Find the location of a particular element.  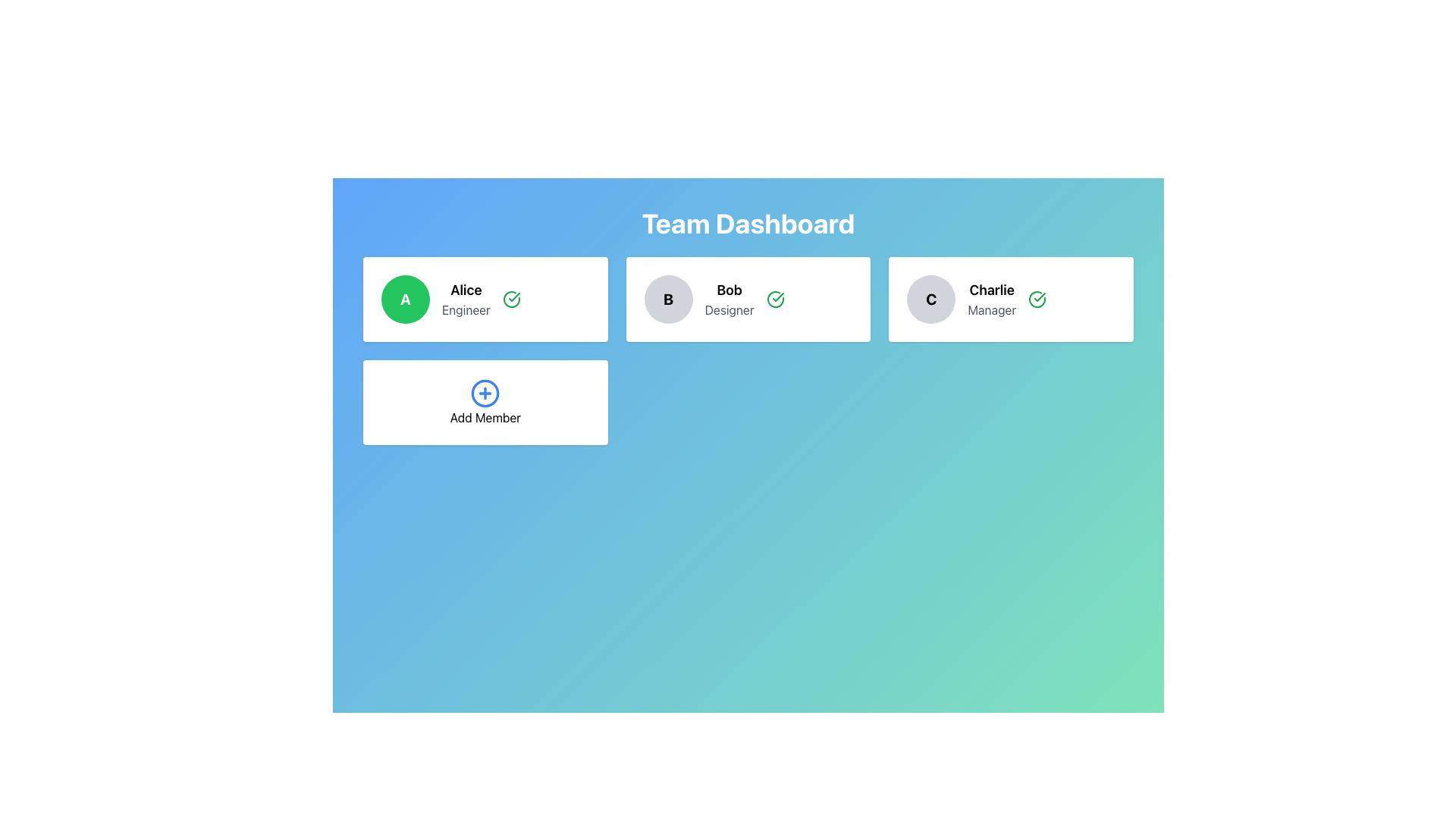

the circular Avatar element with a gray background and the letter 'C' for the user 'Charlie' in the profile block is located at coordinates (930, 299).